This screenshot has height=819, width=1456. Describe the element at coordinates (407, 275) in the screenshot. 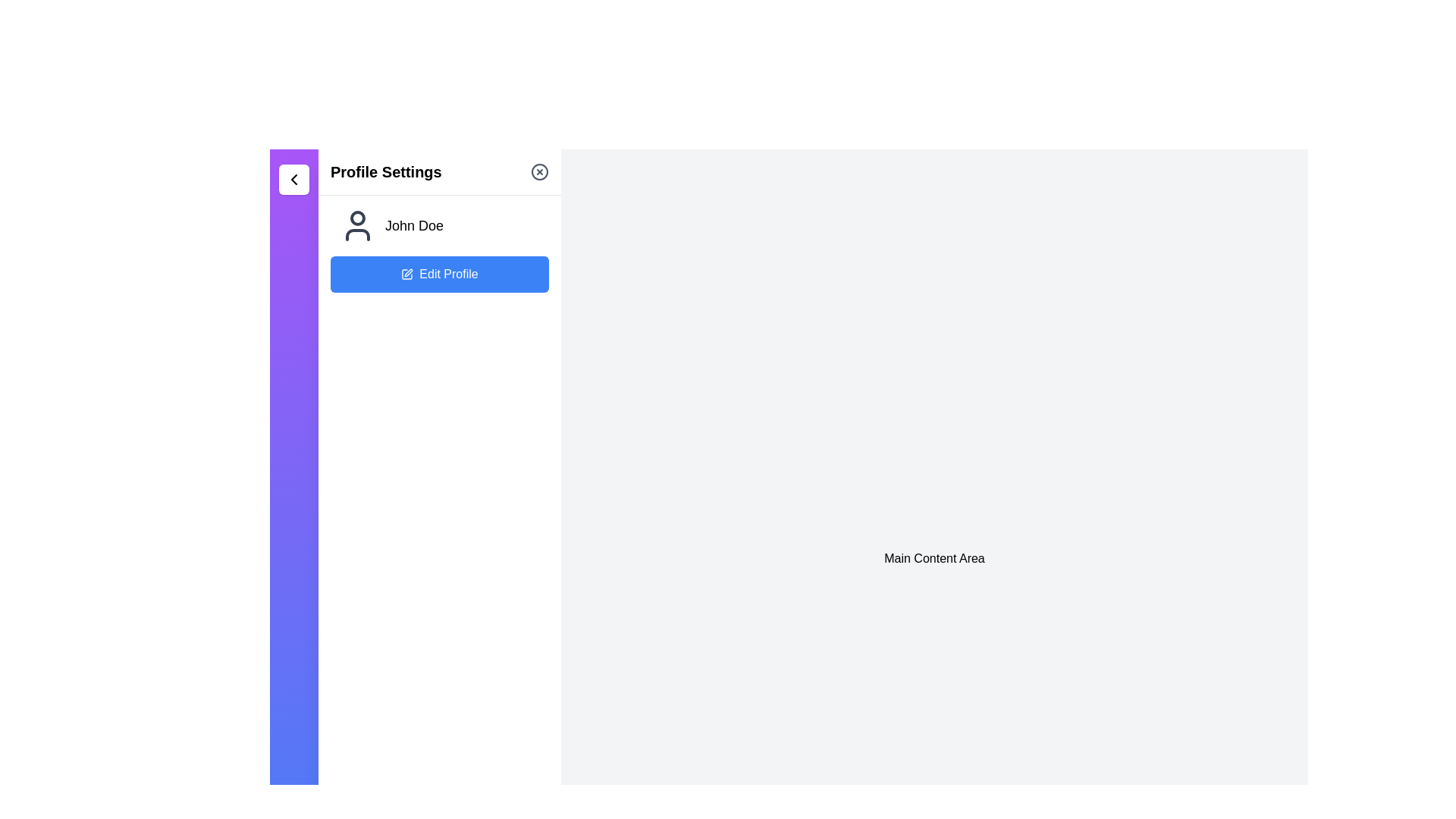

I see `the small square icon with pen or edit-related graphics located on the left side of the 'Edit Profile' button, which is below the user name 'John Doe'` at that location.